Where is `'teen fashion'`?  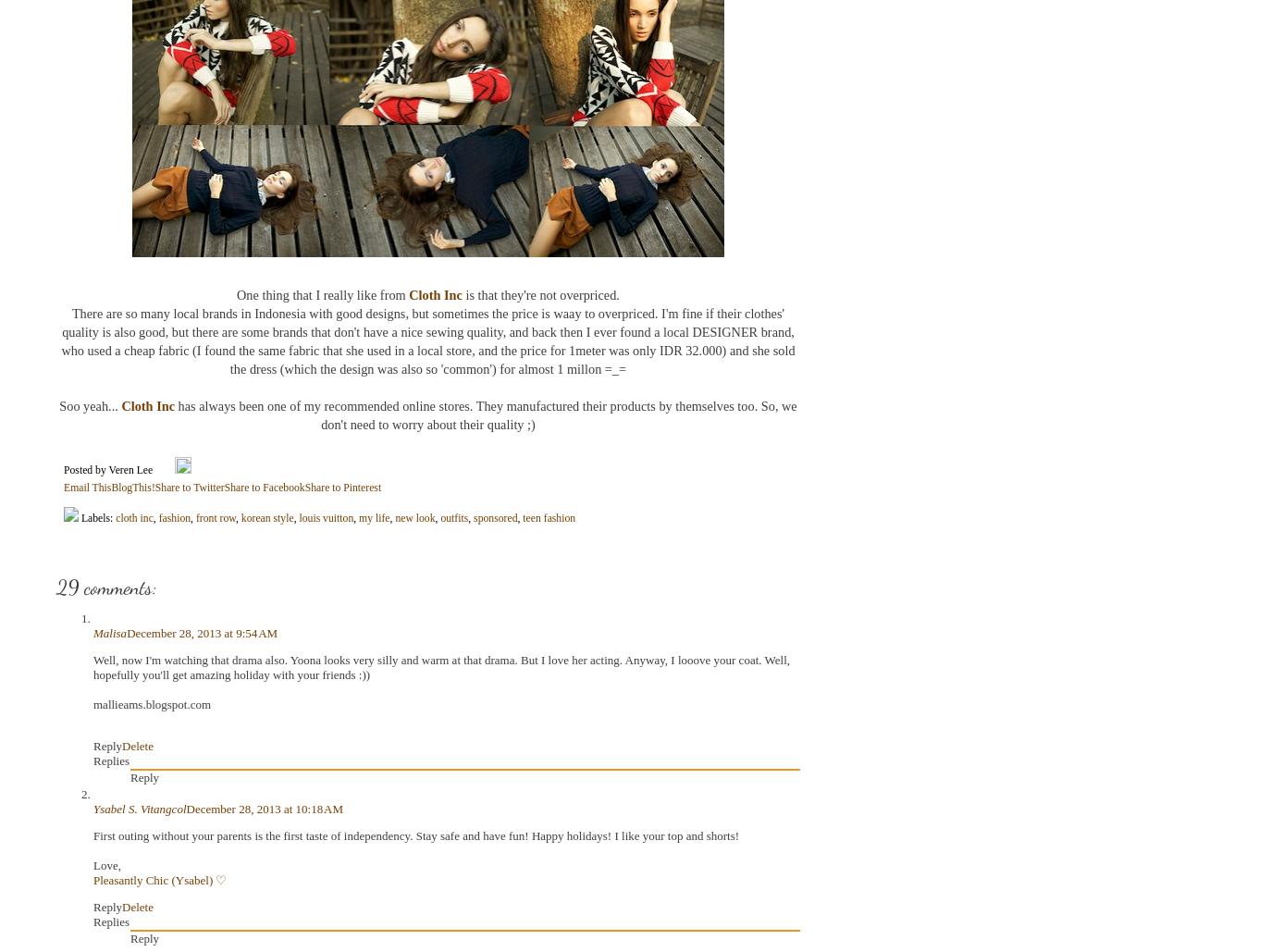 'teen fashion' is located at coordinates (522, 516).